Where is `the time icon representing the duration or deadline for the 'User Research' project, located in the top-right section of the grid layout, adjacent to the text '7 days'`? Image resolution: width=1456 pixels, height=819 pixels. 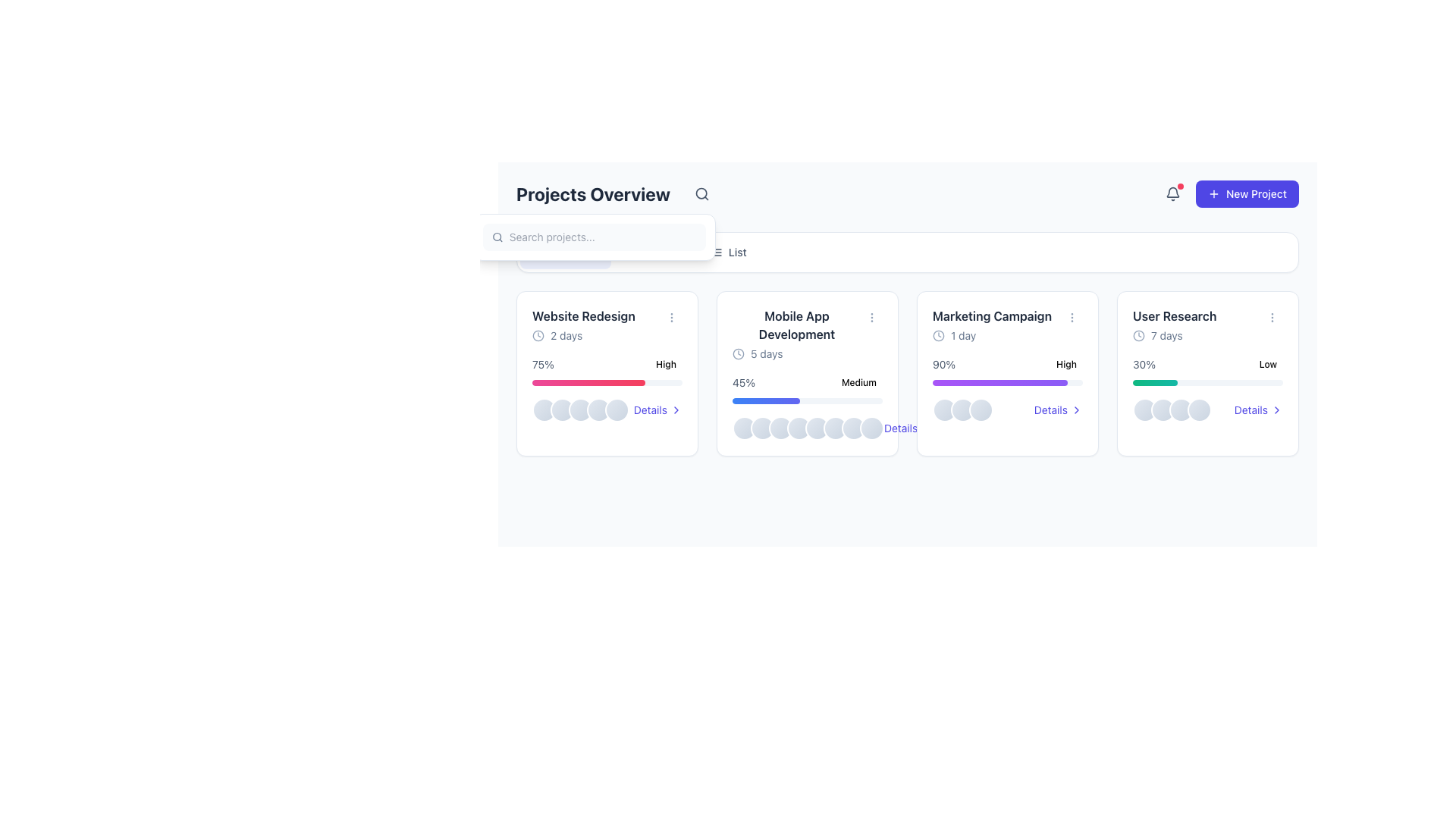
the time icon representing the duration or deadline for the 'User Research' project, located in the top-right section of the grid layout, adjacent to the text '7 days' is located at coordinates (1139, 335).